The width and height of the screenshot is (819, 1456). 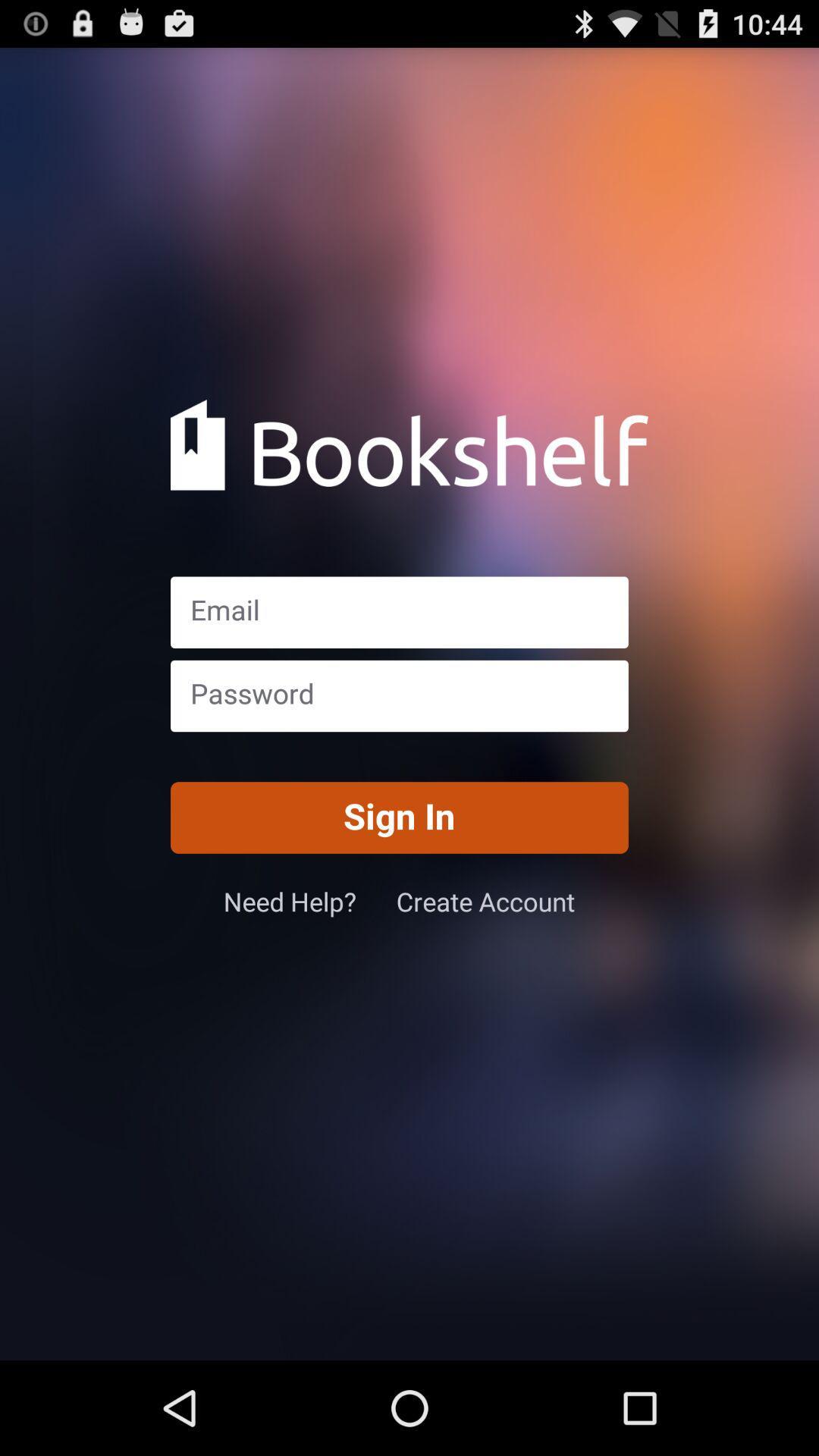 What do you see at coordinates (485, 901) in the screenshot?
I see `button to the right of the need help? button` at bounding box center [485, 901].